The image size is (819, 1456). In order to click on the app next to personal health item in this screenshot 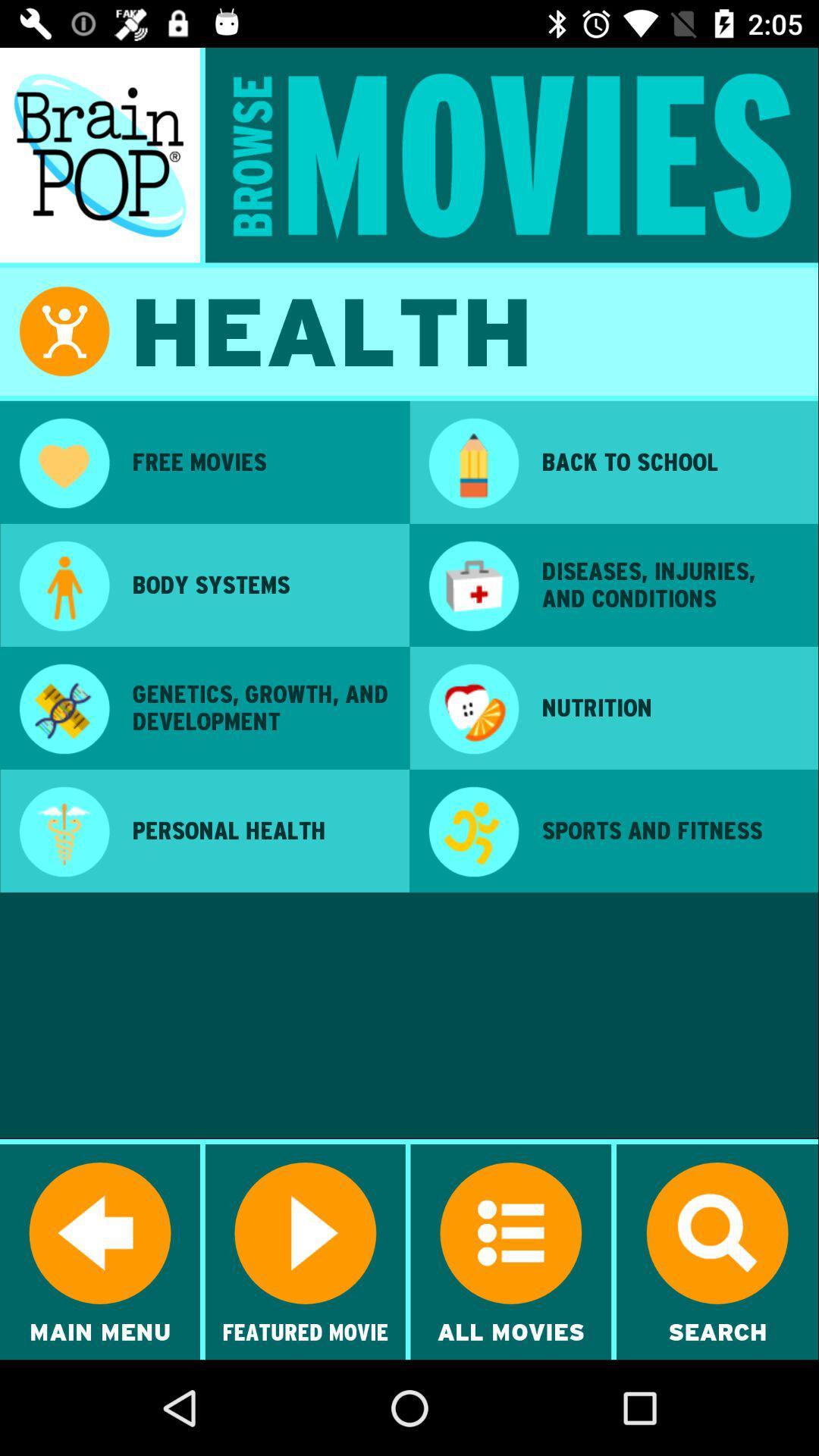, I will do `click(472, 833)`.